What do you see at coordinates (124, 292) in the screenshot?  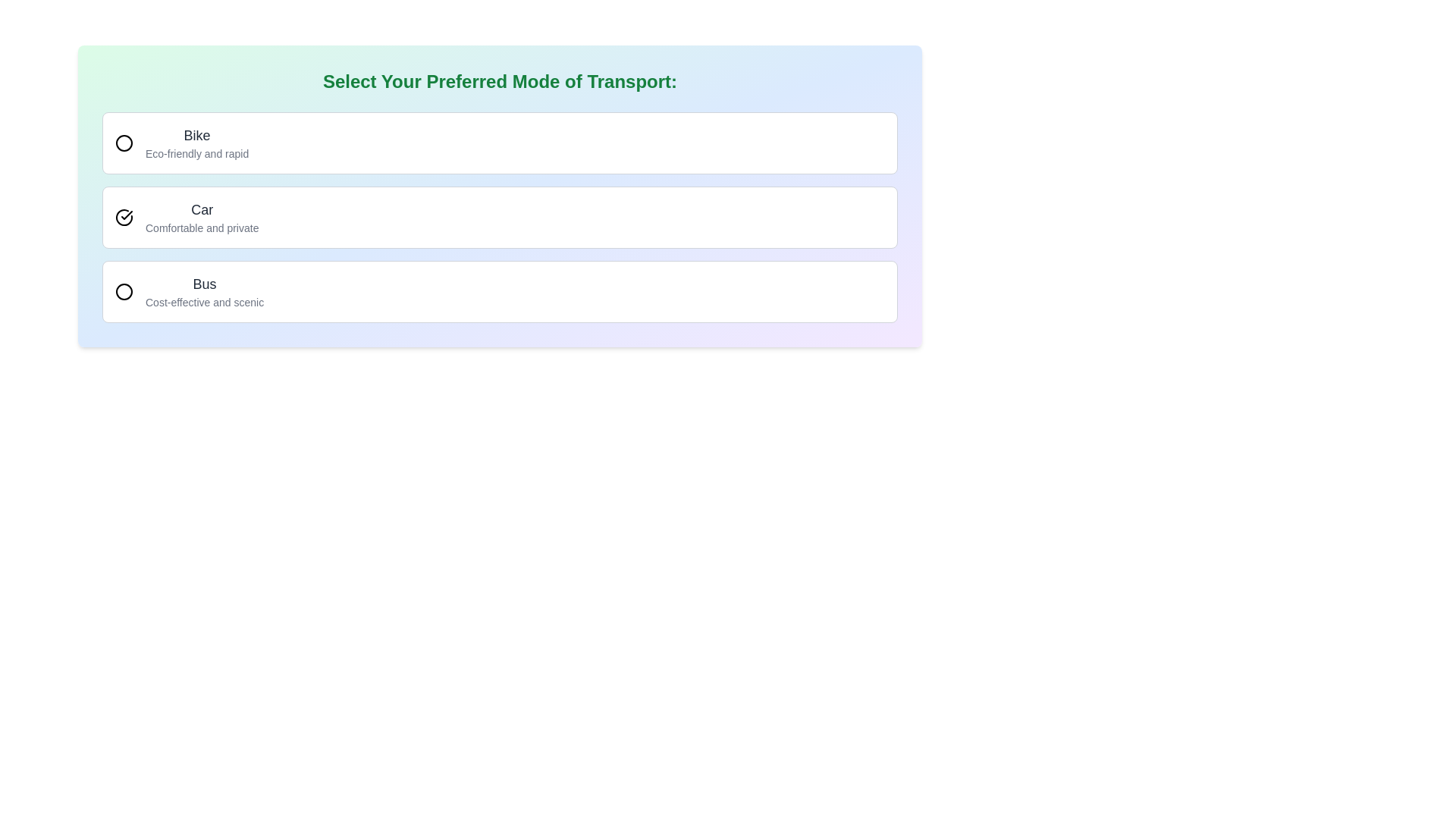 I see `the radio button indicating the selection of the 'Bus' option` at bounding box center [124, 292].